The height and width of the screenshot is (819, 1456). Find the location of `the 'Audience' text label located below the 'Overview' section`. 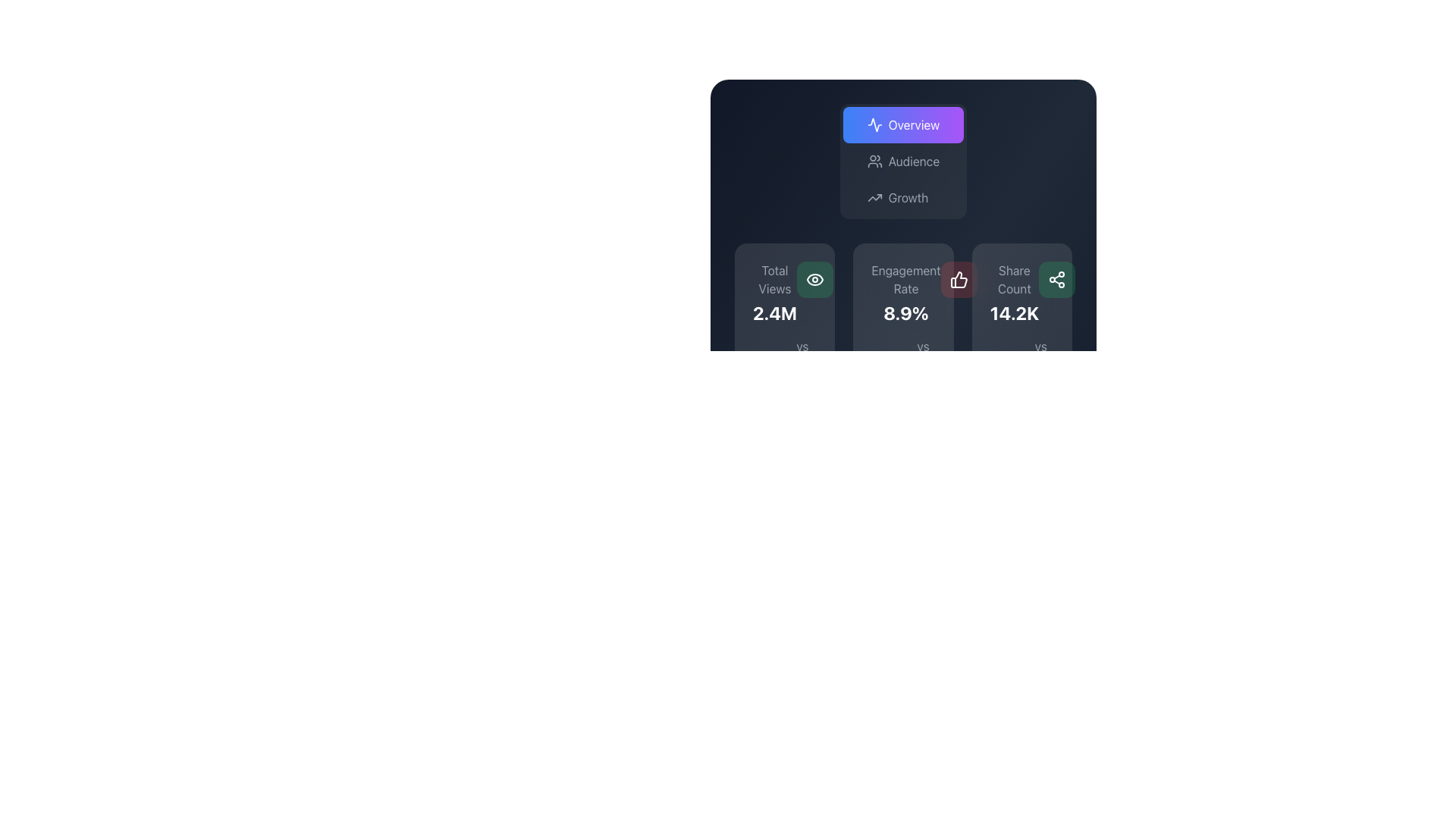

the 'Audience' text label located below the 'Overview' section is located at coordinates (913, 161).